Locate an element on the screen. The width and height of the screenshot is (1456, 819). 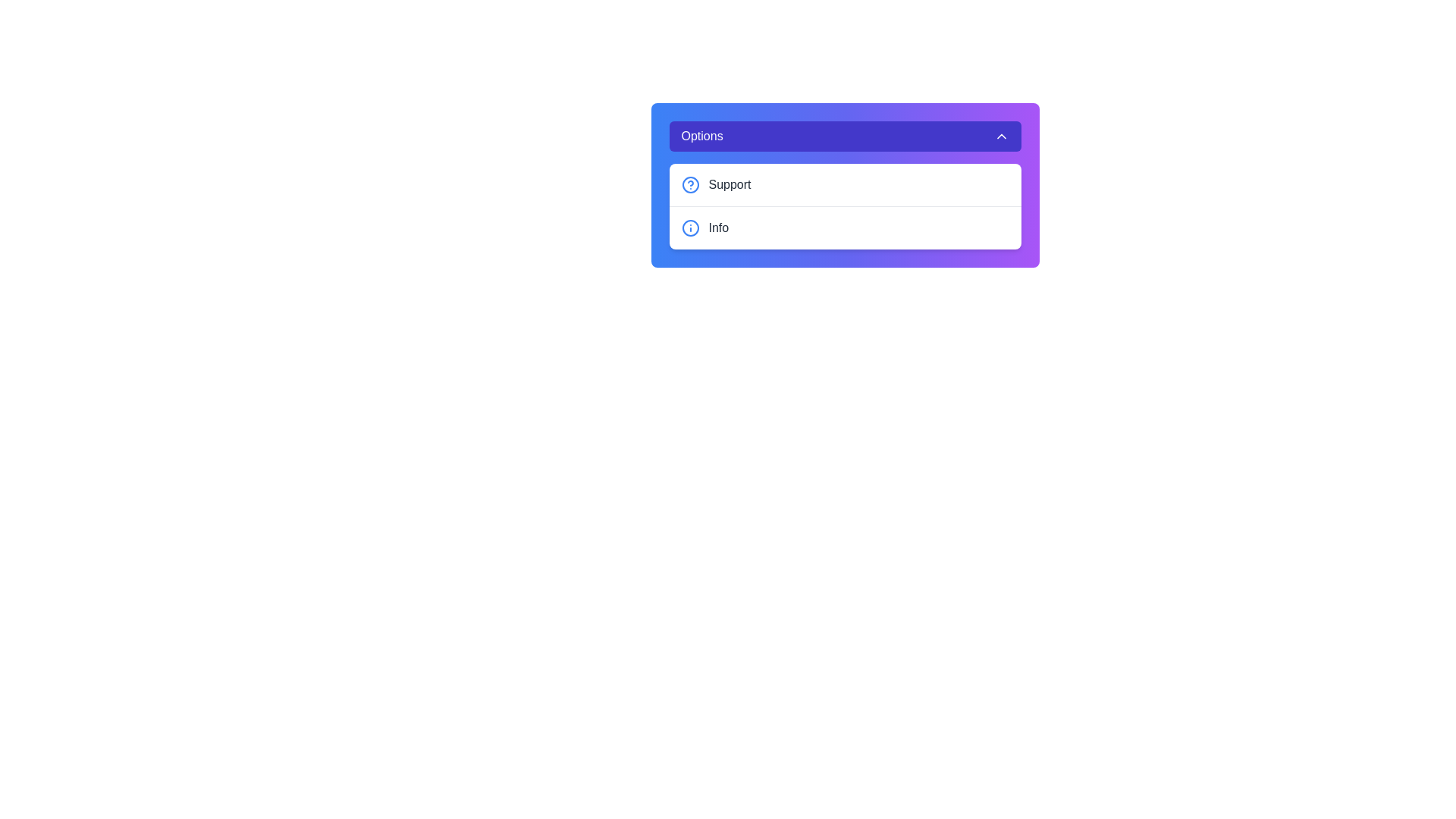
the small upward-pointing chevron icon located at the far right side of the 'Options' button interface for interaction feedback is located at coordinates (1001, 136).